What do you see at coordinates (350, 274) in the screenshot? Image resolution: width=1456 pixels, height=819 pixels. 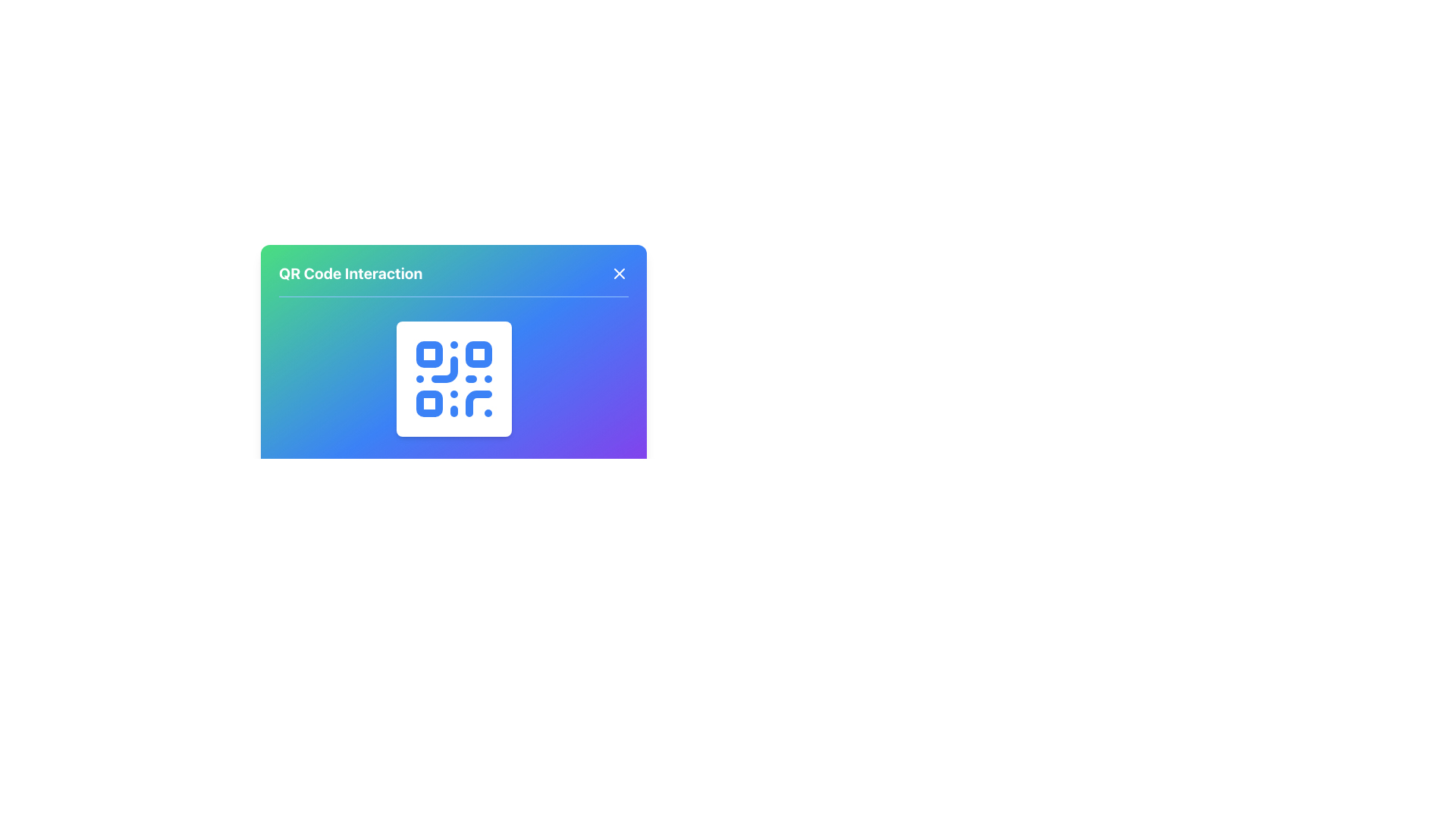 I see `the title text label in the top-left area of the card interface, which provides context for the card's functionality` at bounding box center [350, 274].